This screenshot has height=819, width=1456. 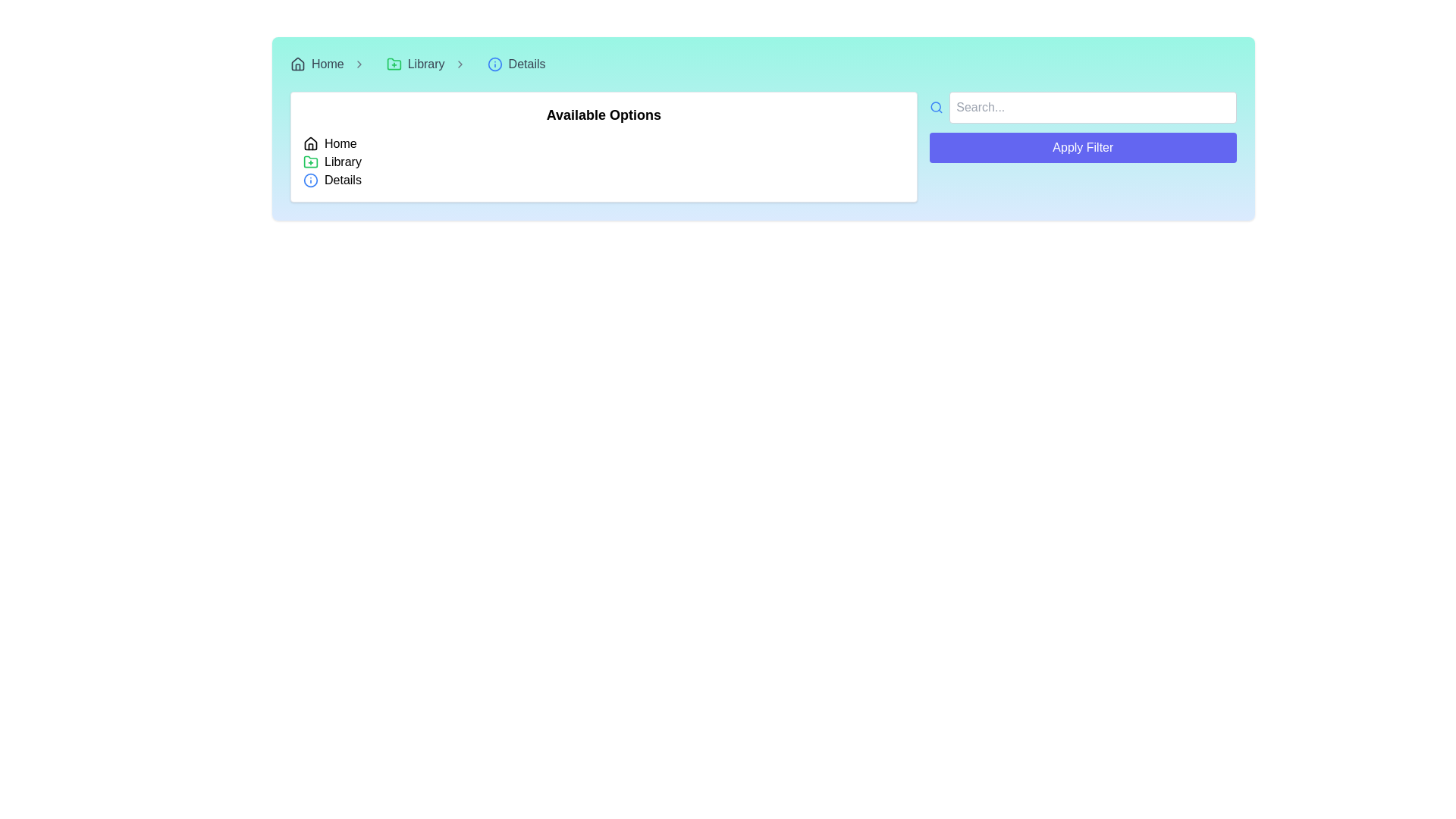 What do you see at coordinates (429, 63) in the screenshot?
I see `the interactive link for the 'Library' section in the breadcrumb navigation bar` at bounding box center [429, 63].